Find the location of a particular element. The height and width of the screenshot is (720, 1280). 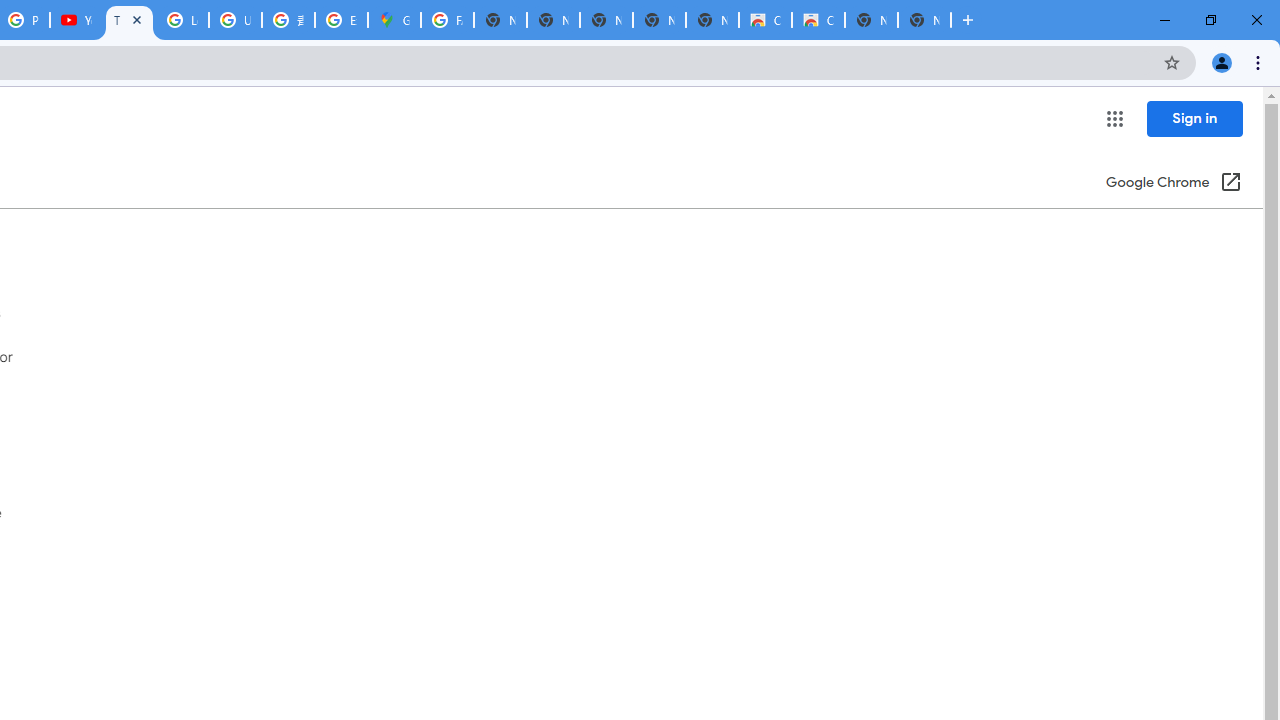

'New Tab' is located at coordinates (923, 20).